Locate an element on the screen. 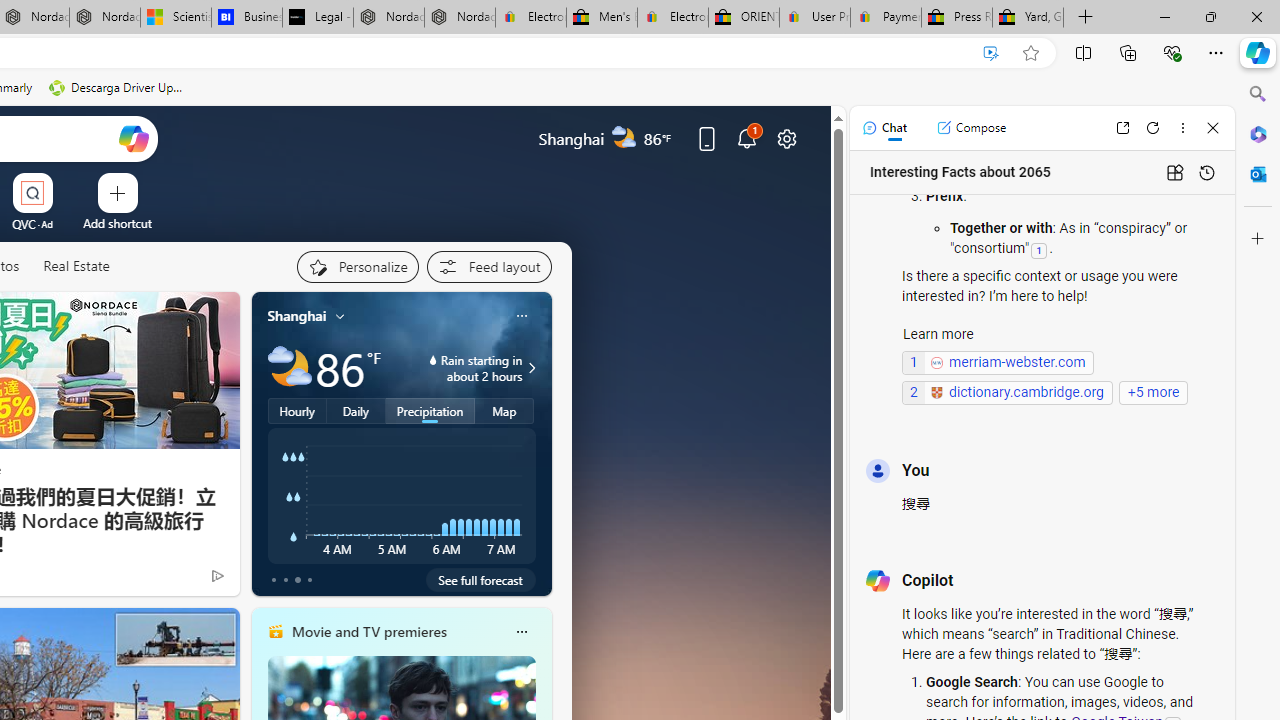 This screenshot has height=720, width=1280. 'Precipitation' is located at coordinates (429, 410).